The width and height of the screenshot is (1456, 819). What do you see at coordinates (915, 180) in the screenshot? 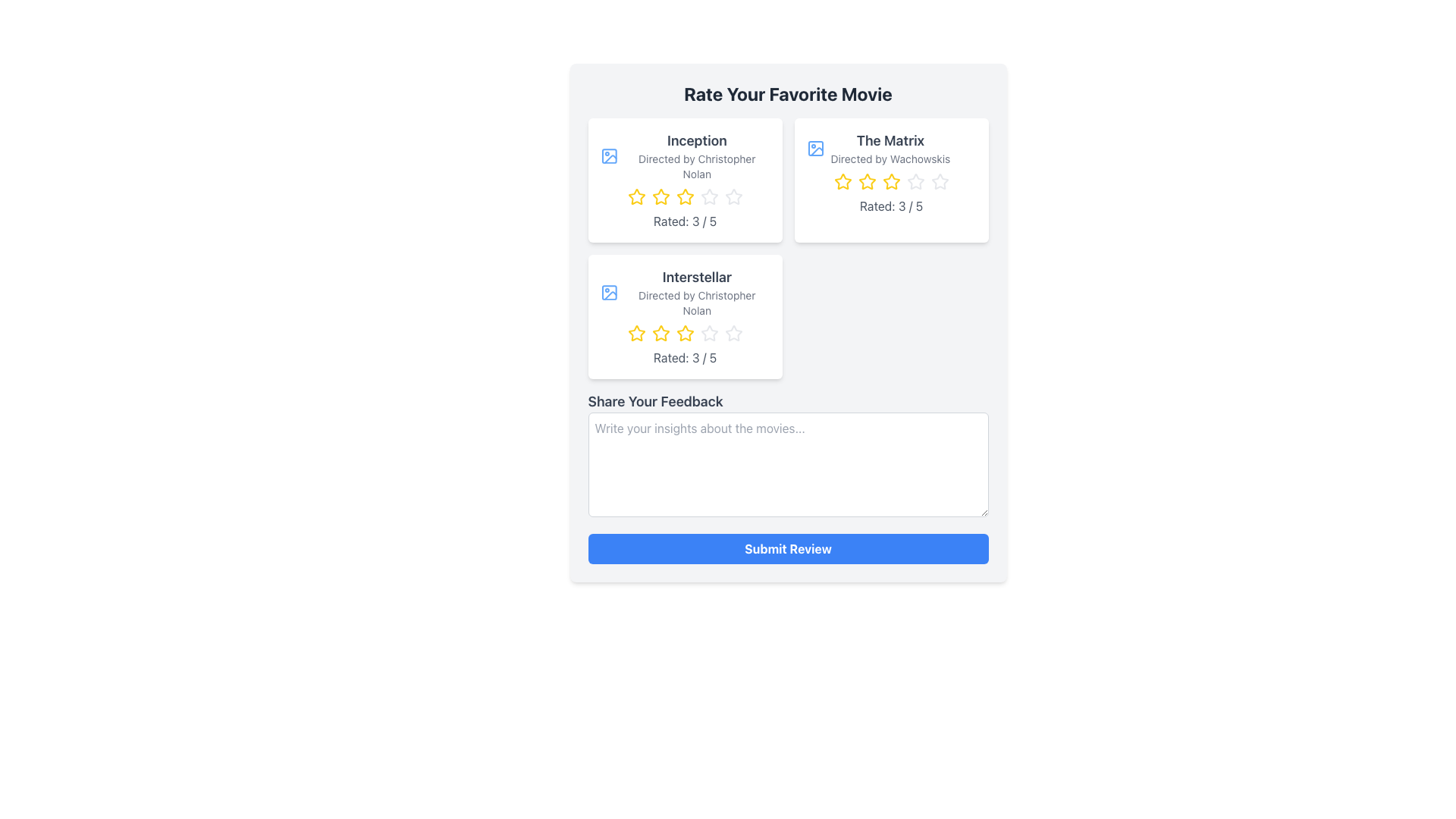
I see `the third star in the rating system for 'The Matrix' movie` at bounding box center [915, 180].